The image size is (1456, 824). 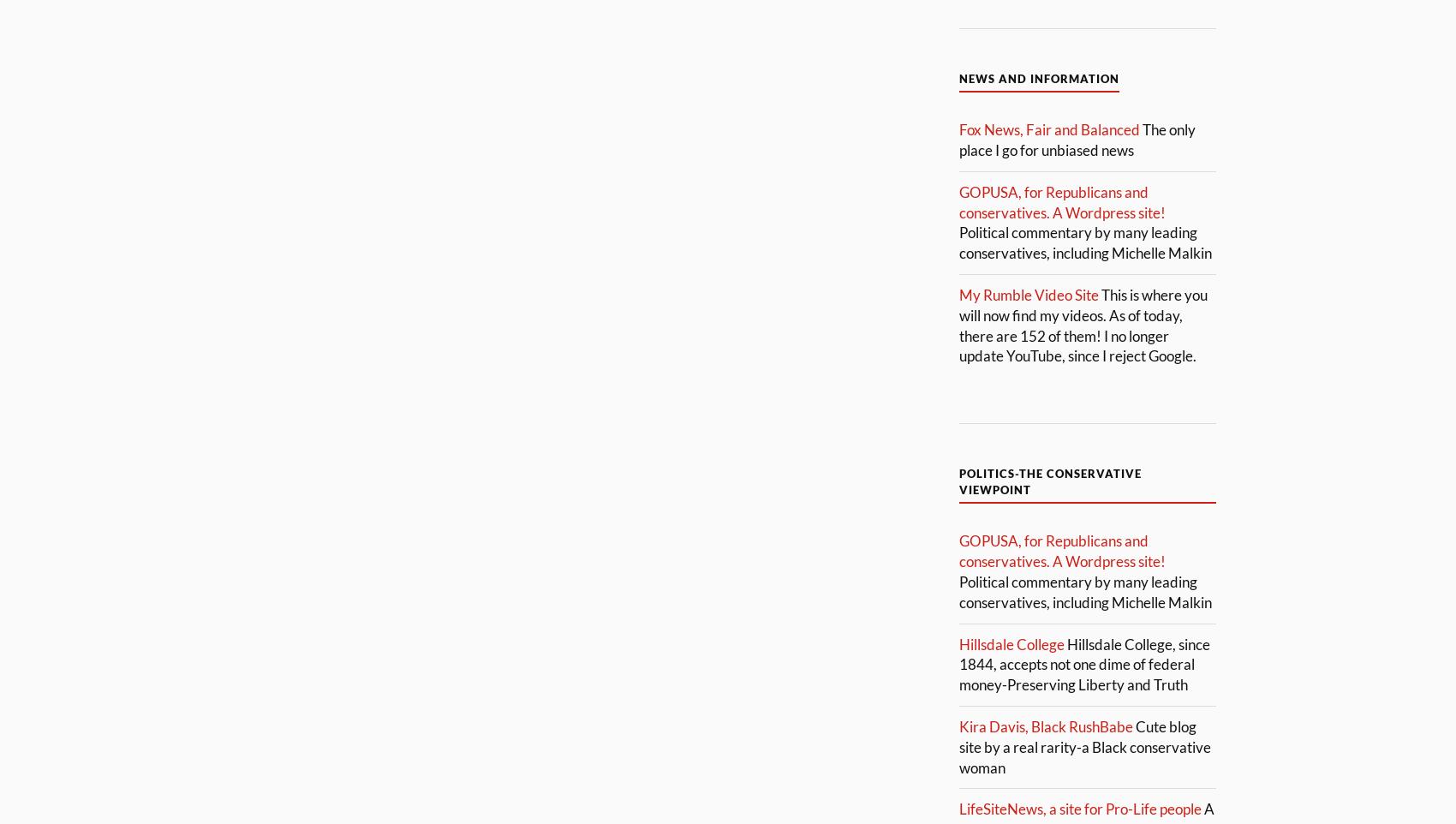 I want to click on 'My Rumble Video Site', so click(x=958, y=294).